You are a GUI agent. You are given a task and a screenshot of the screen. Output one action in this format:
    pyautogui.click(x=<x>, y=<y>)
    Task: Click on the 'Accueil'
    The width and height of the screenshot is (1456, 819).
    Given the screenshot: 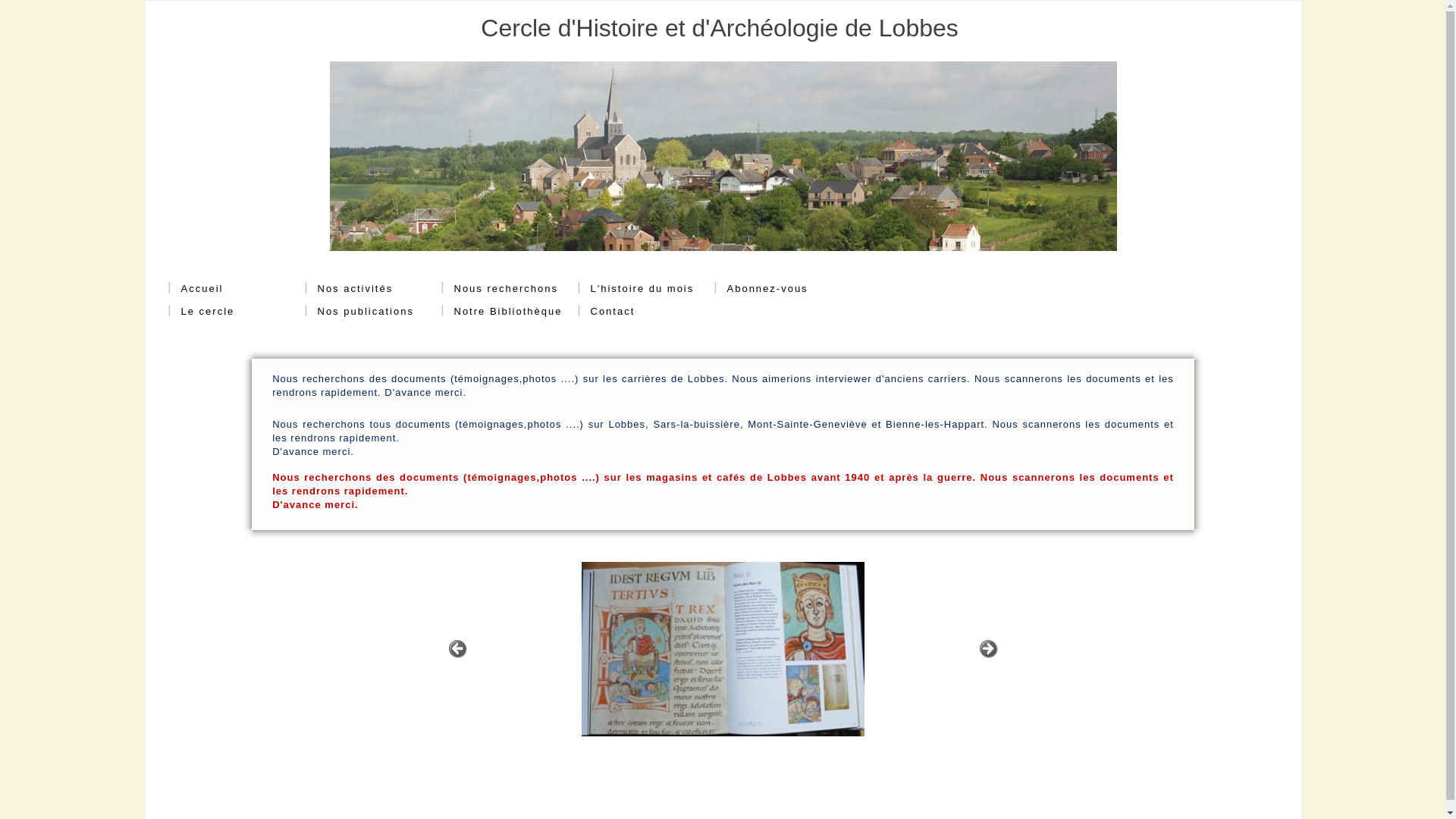 What is the action you would take?
    pyautogui.click(x=195, y=289)
    